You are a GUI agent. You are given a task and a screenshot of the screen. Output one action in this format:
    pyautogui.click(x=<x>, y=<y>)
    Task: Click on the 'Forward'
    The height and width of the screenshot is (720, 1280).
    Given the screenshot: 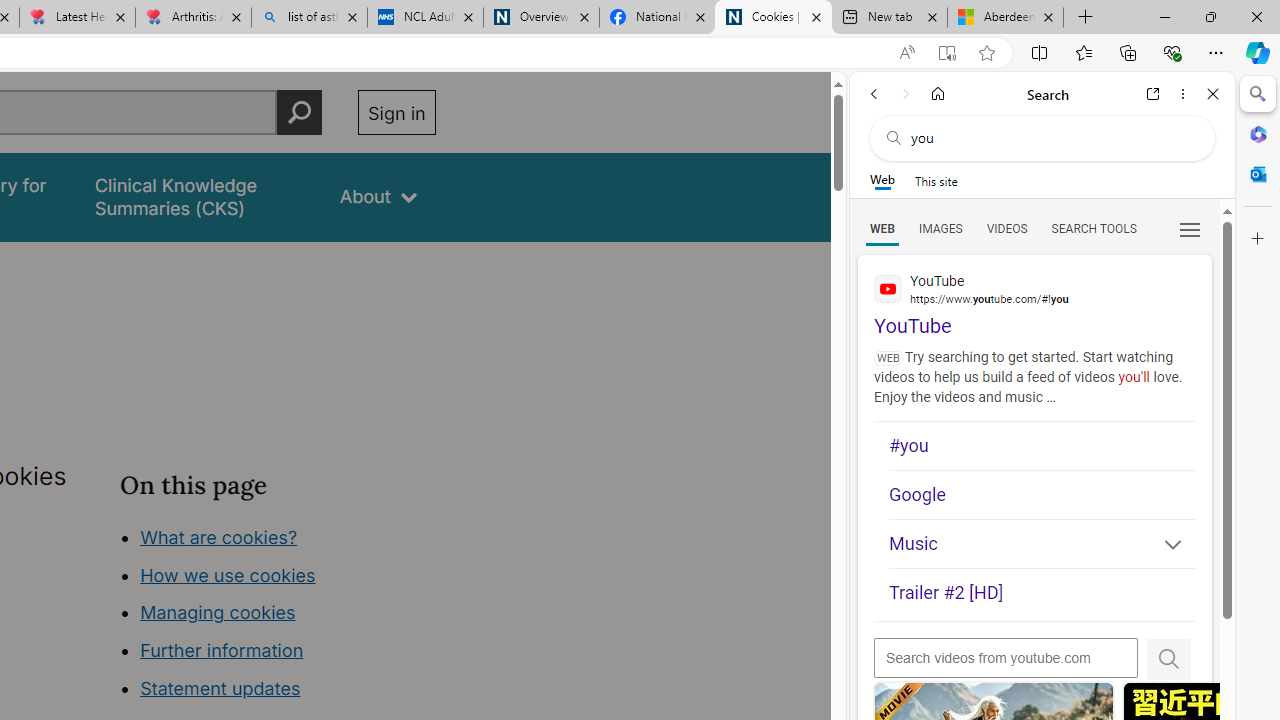 What is the action you would take?
    pyautogui.click(x=905, y=93)
    